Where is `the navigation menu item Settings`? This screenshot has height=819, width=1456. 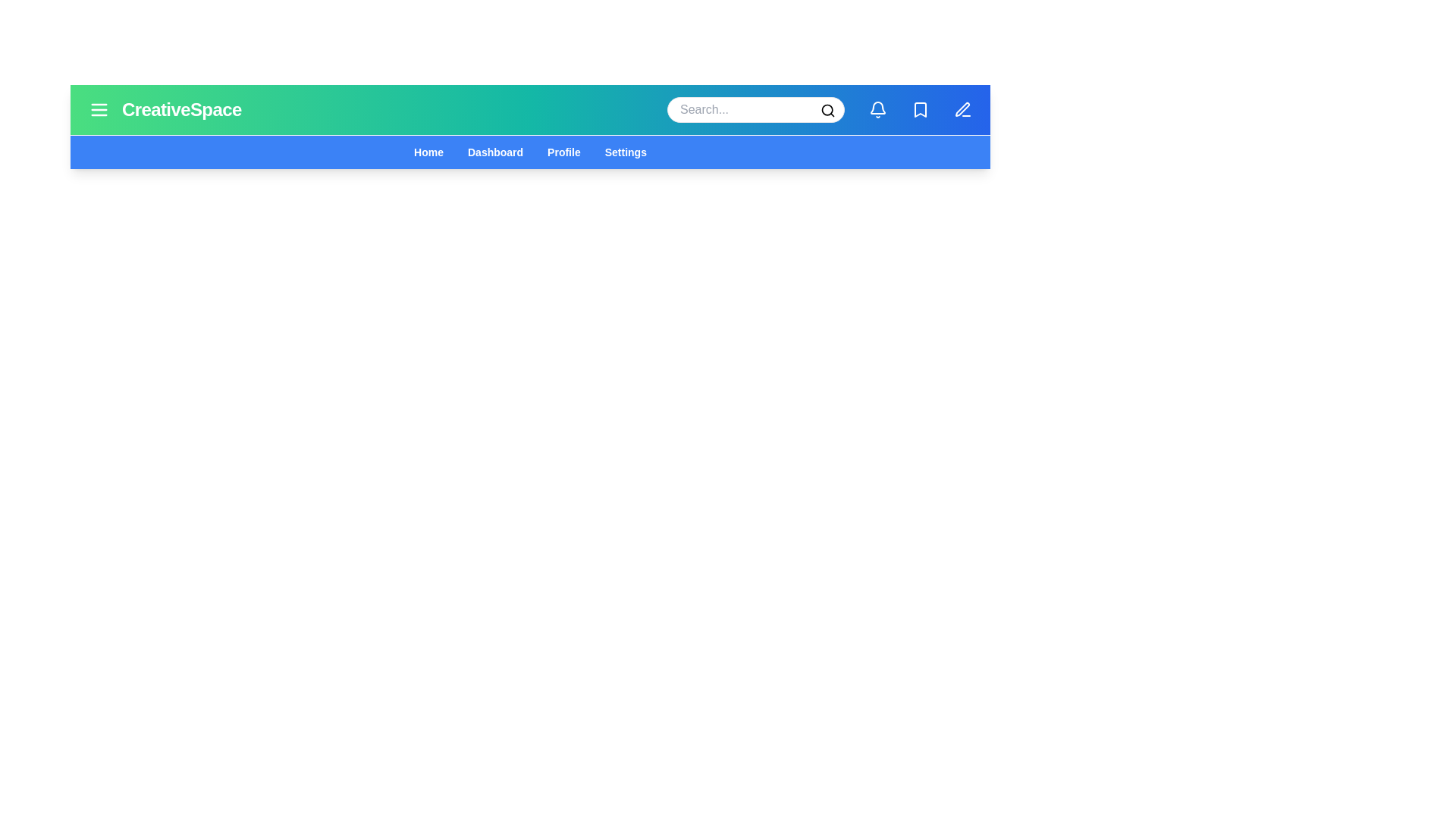
the navigation menu item Settings is located at coordinates (626, 152).